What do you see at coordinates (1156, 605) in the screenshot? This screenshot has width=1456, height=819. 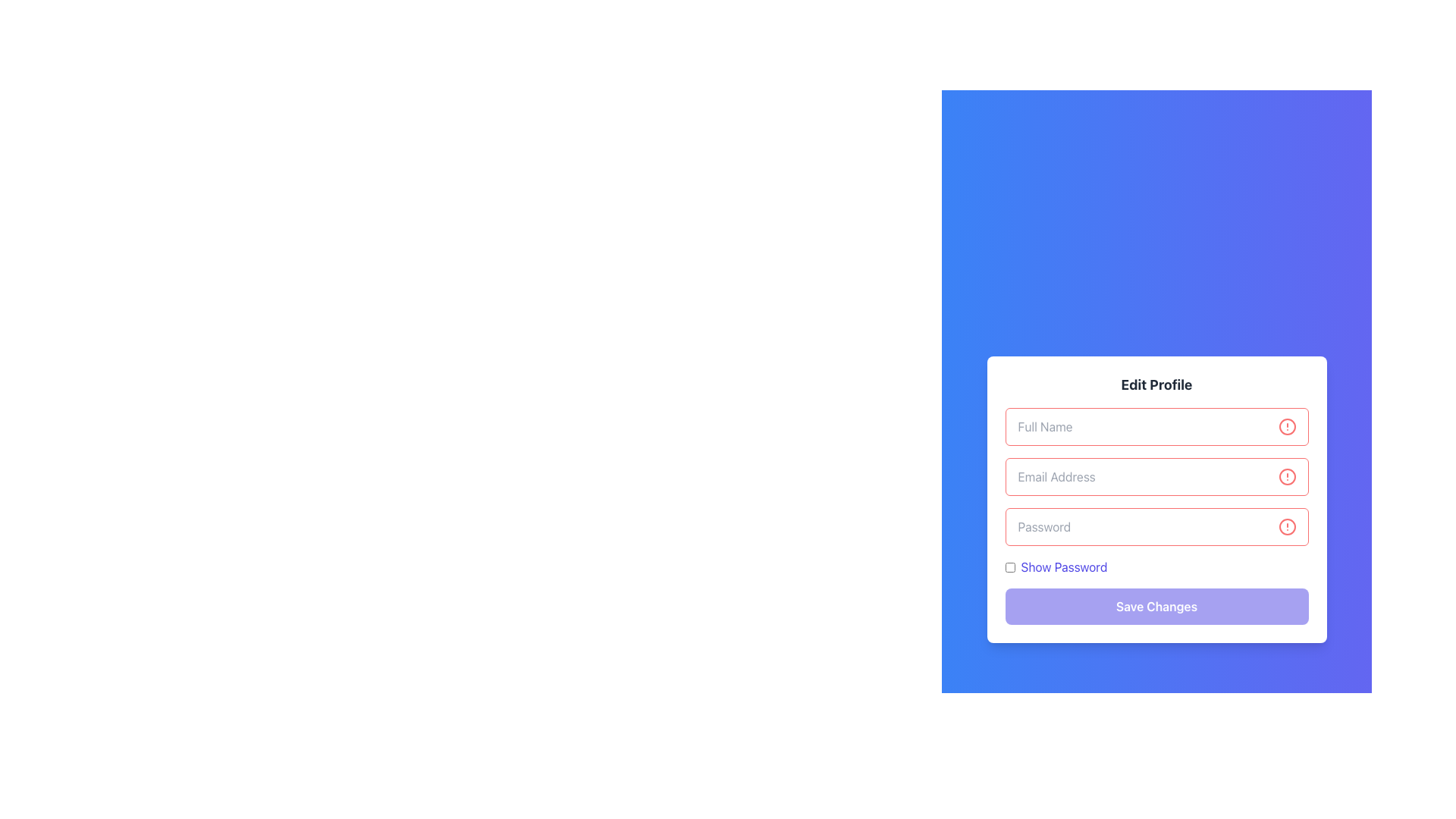 I see `the 'Save Changes' button, which has a purple background and white bold text, located at the bottom of the form layout` at bounding box center [1156, 605].